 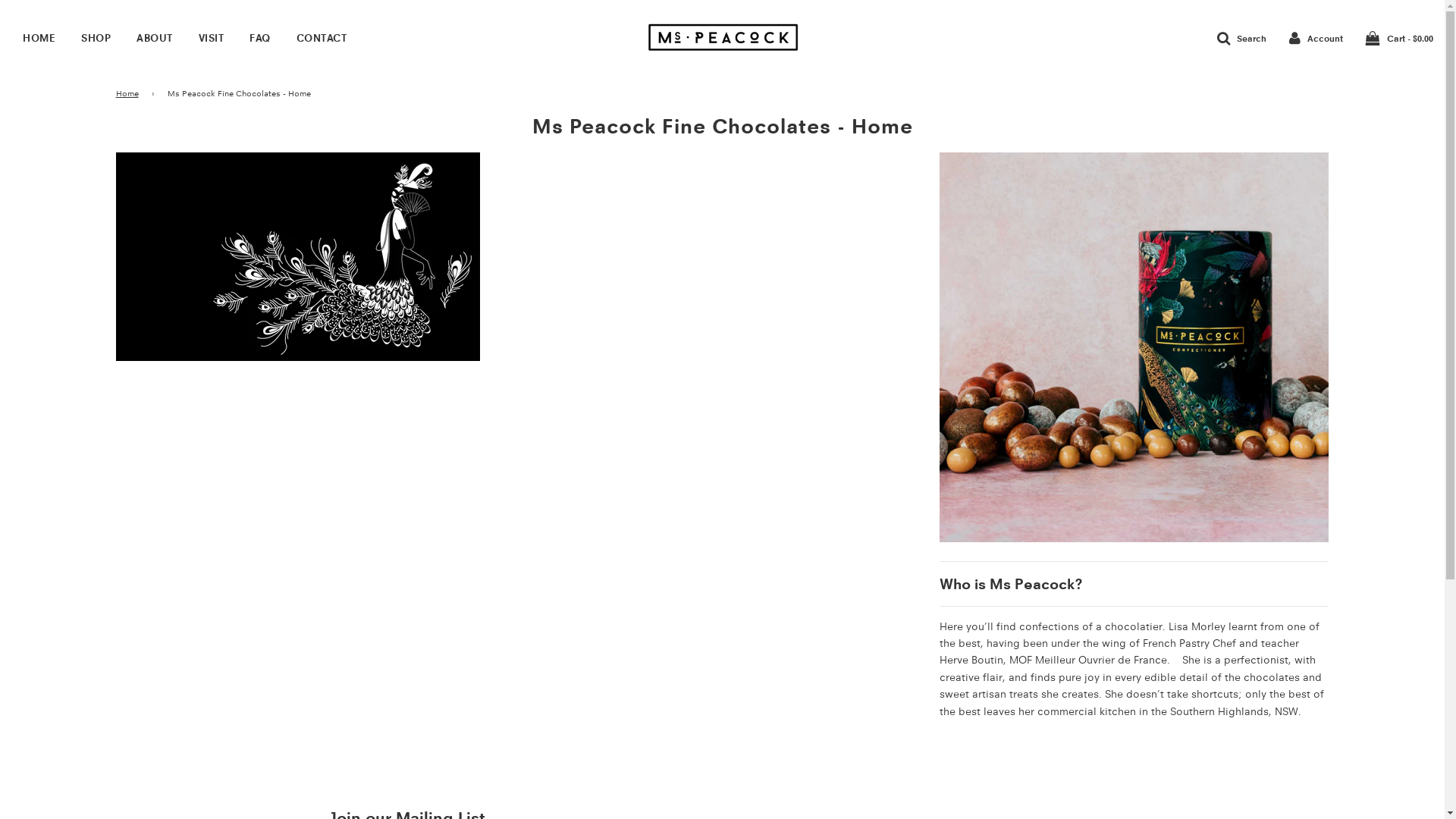 I want to click on 'Cart - $0.00', so click(x=1365, y=36).